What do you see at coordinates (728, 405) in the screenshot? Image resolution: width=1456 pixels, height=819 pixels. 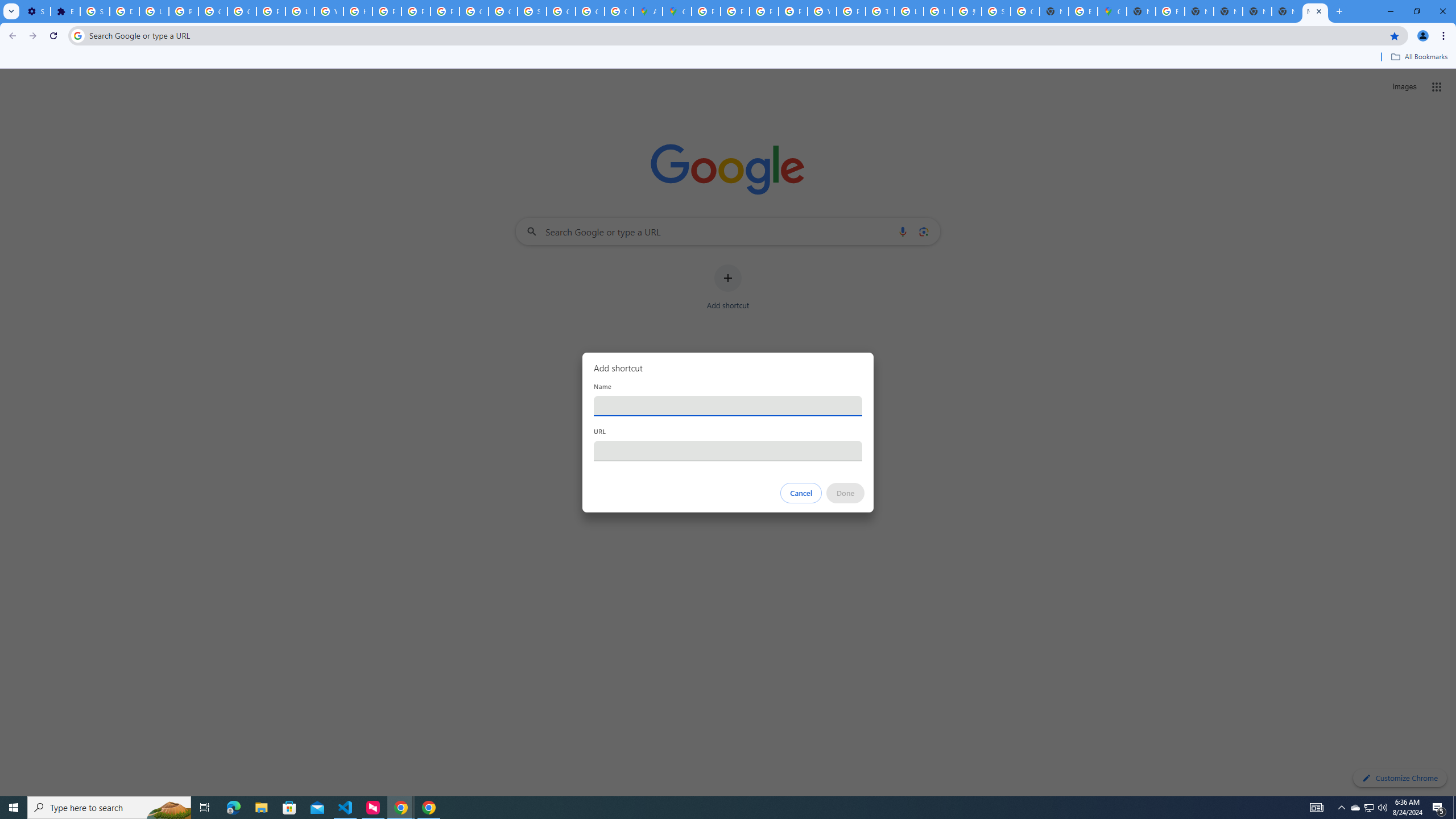 I see `'Name'` at bounding box center [728, 405].